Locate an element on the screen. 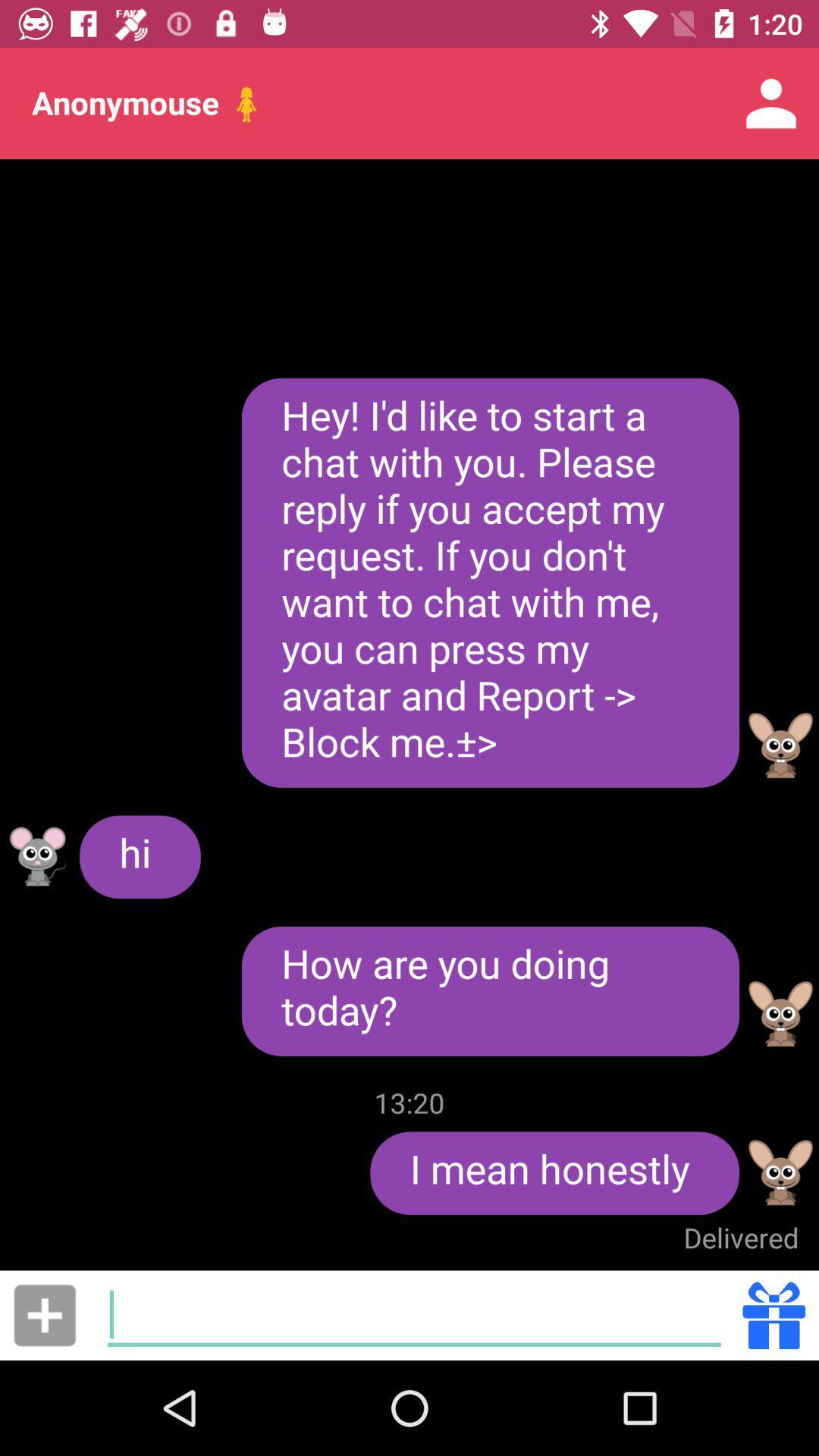  the how are you is located at coordinates (490, 991).